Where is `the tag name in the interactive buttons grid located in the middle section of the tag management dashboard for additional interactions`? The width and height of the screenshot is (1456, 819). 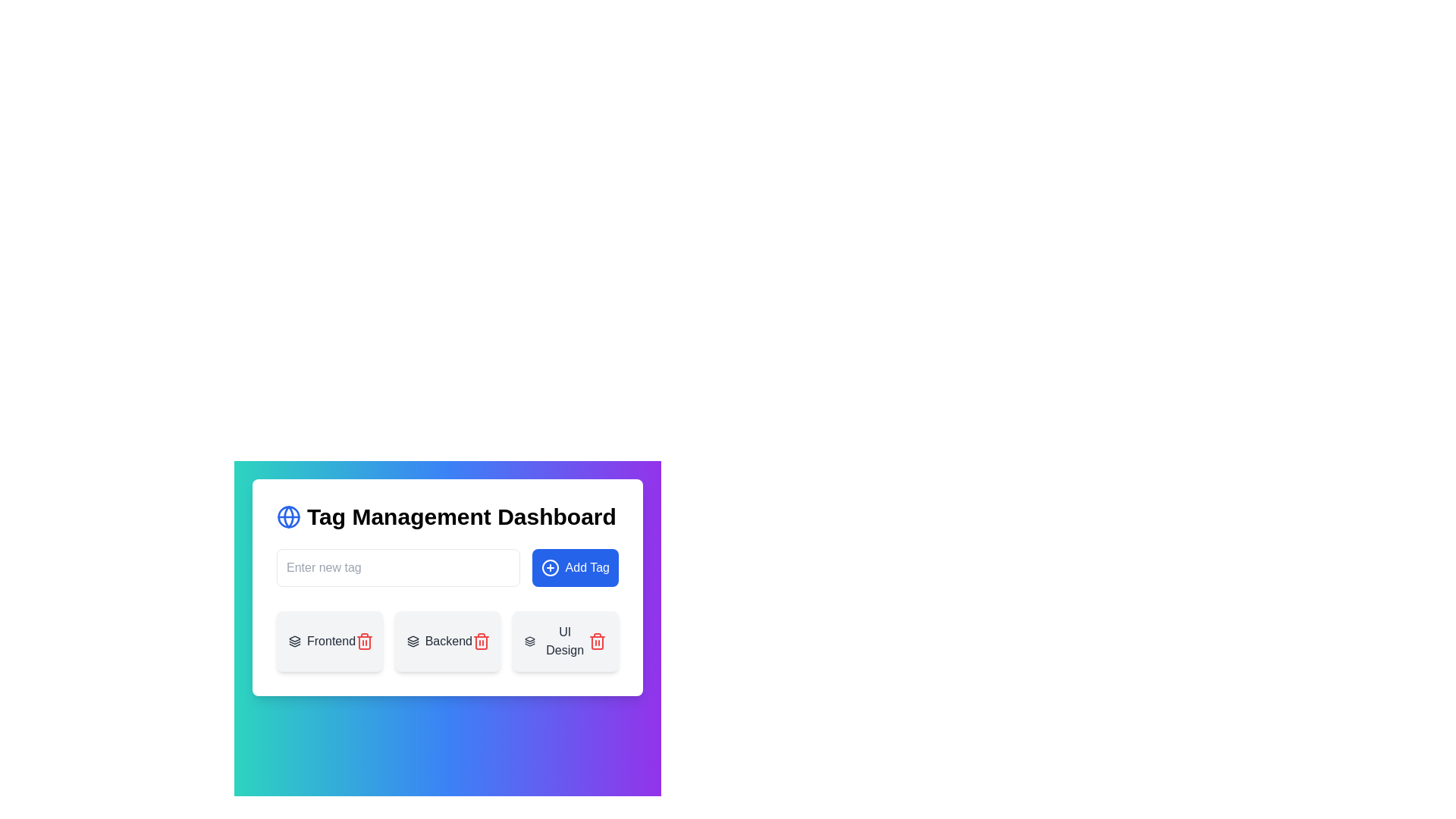 the tag name in the interactive buttons grid located in the middle section of the tag management dashboard for additional interactions is located at coordinates (447, 641).